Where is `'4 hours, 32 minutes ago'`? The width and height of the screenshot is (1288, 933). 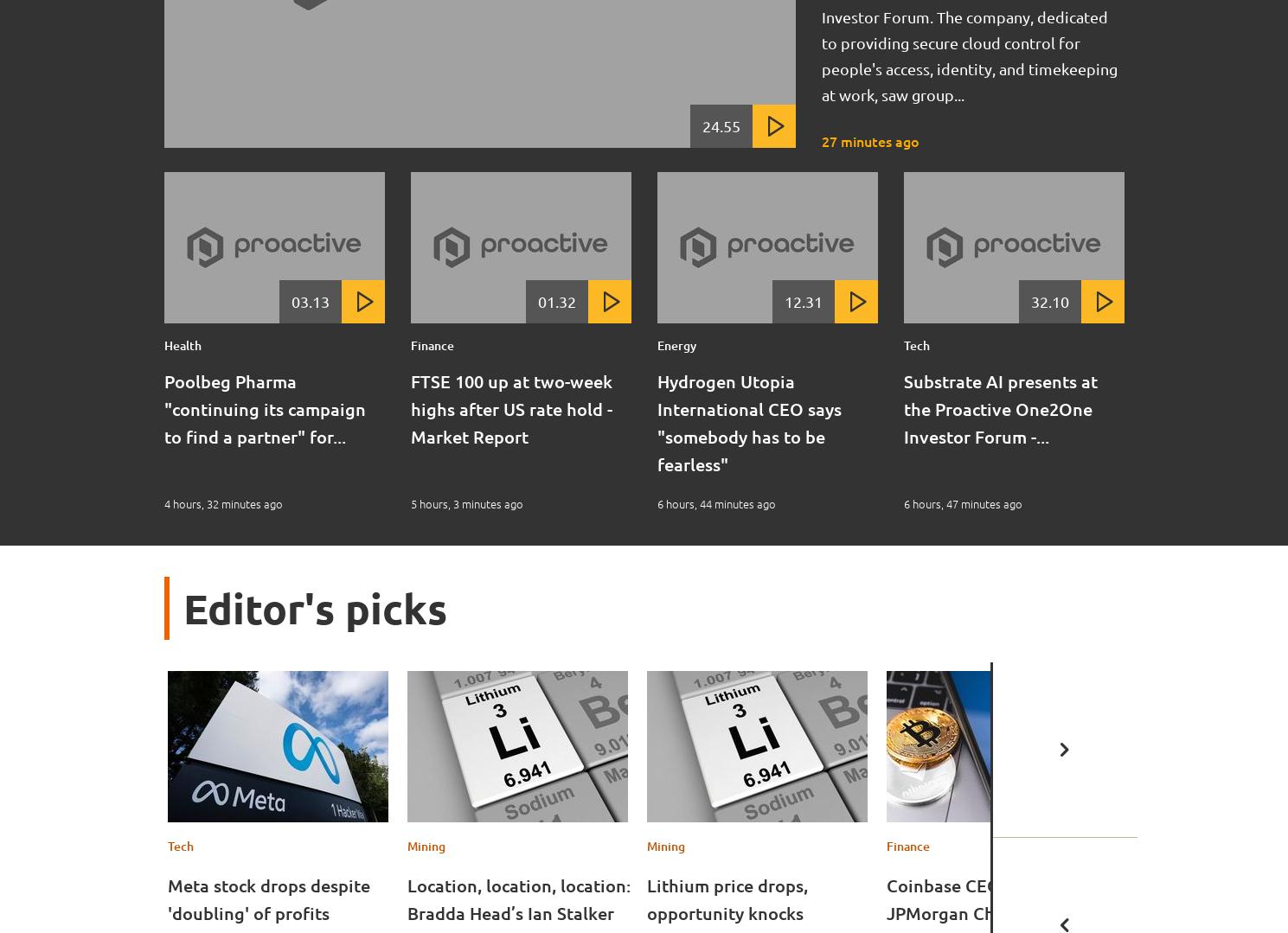
'4 hours, 32 minutes ago' is located at coordinates (222, 503).